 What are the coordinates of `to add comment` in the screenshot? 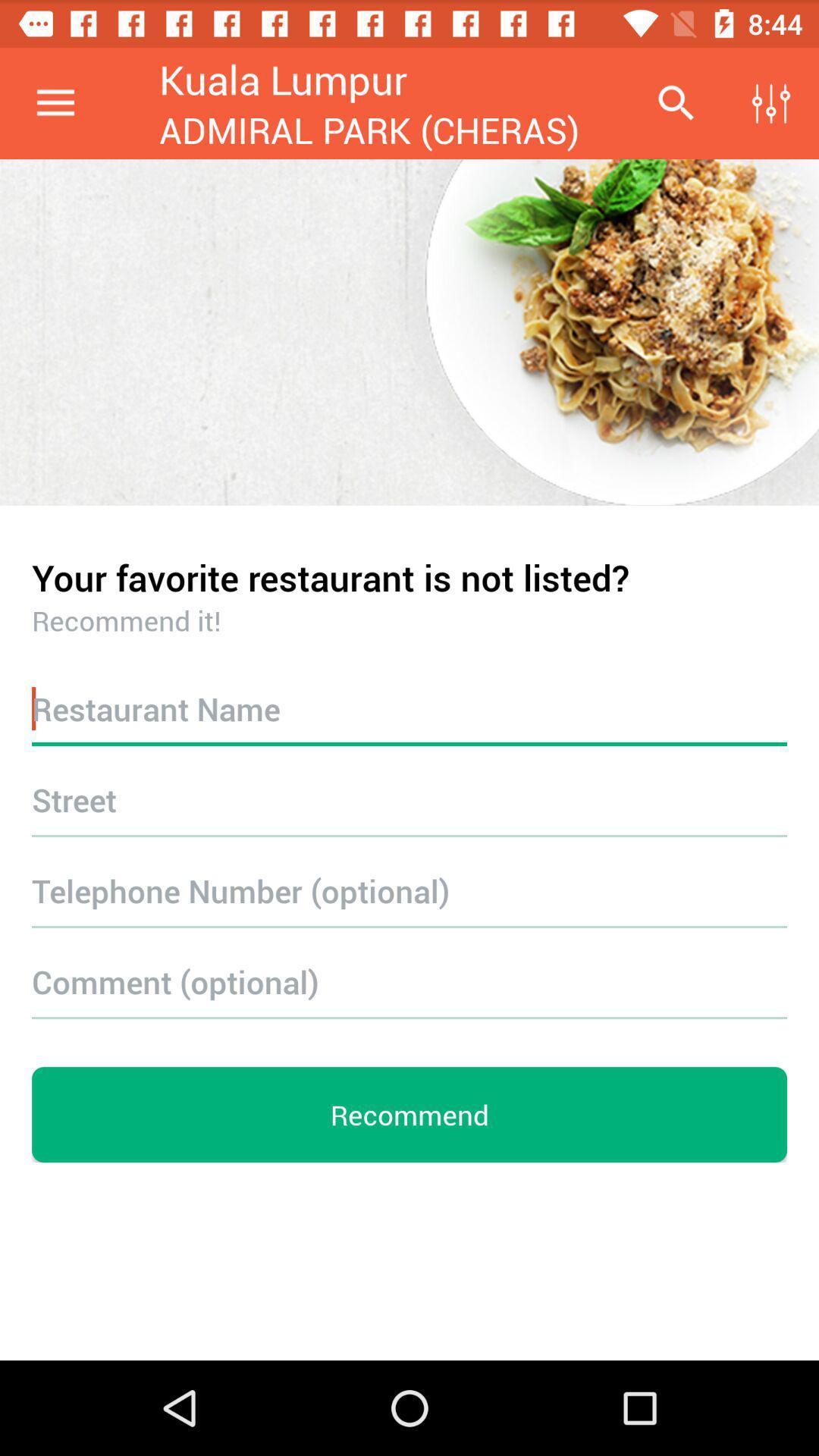 It's located at (409, 981).